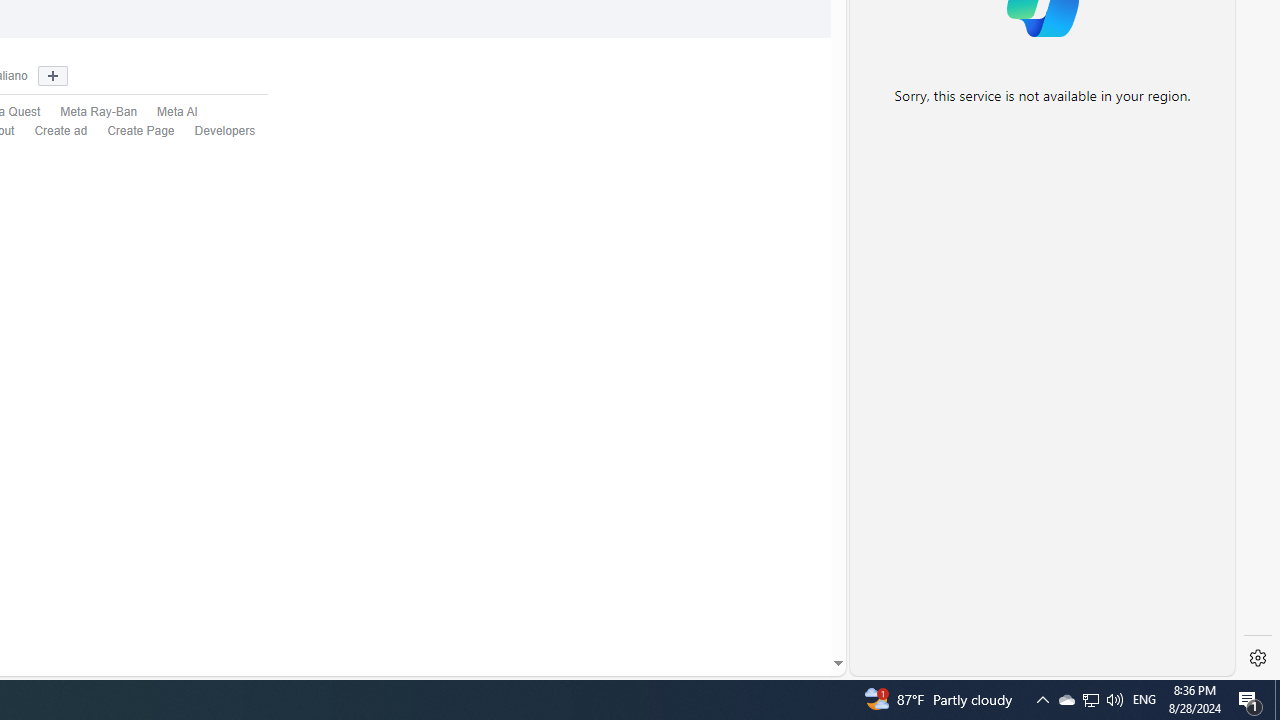  Describe the element at coordinates (140, 131) in the screenshot. I see `'Create Page'` at that location.